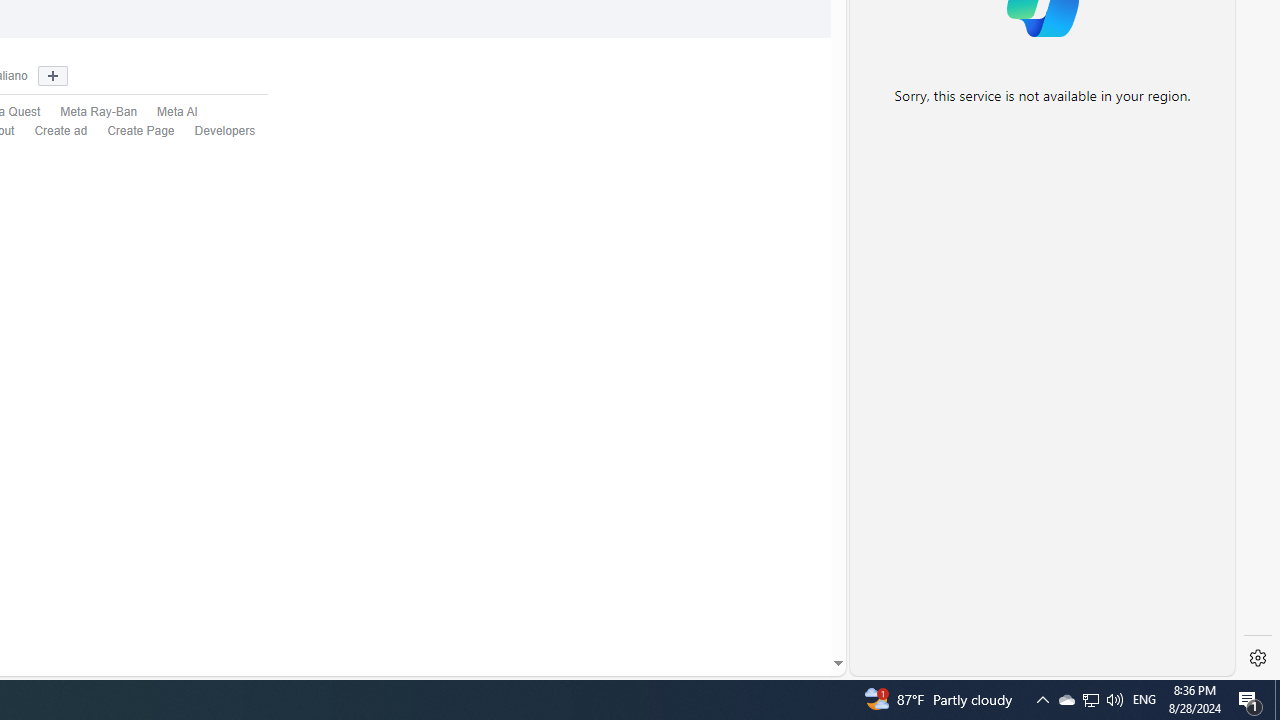  Describe the element at coordinates (140, 131) in the screenshot. I see `'Create Page'` at that location.